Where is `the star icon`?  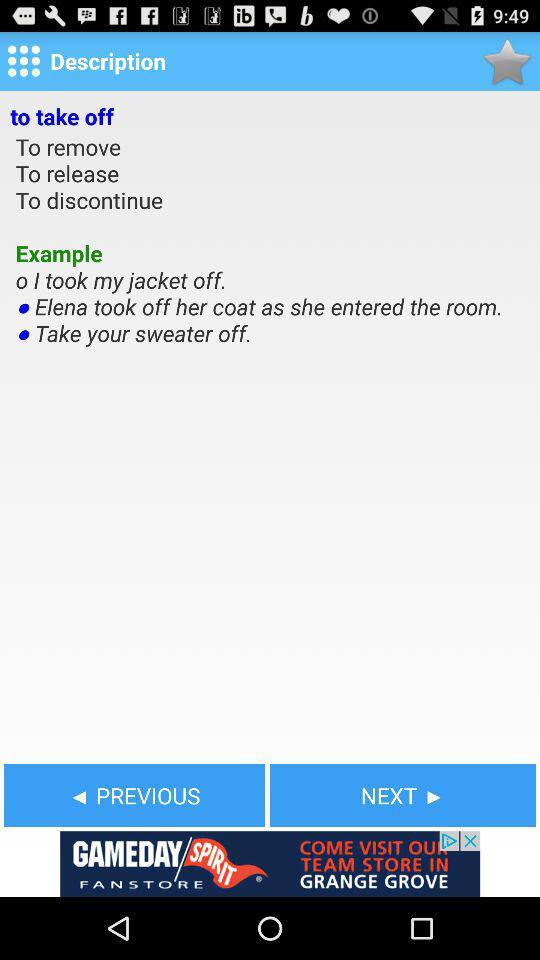
the star icon is located at coordinates (507, 65).